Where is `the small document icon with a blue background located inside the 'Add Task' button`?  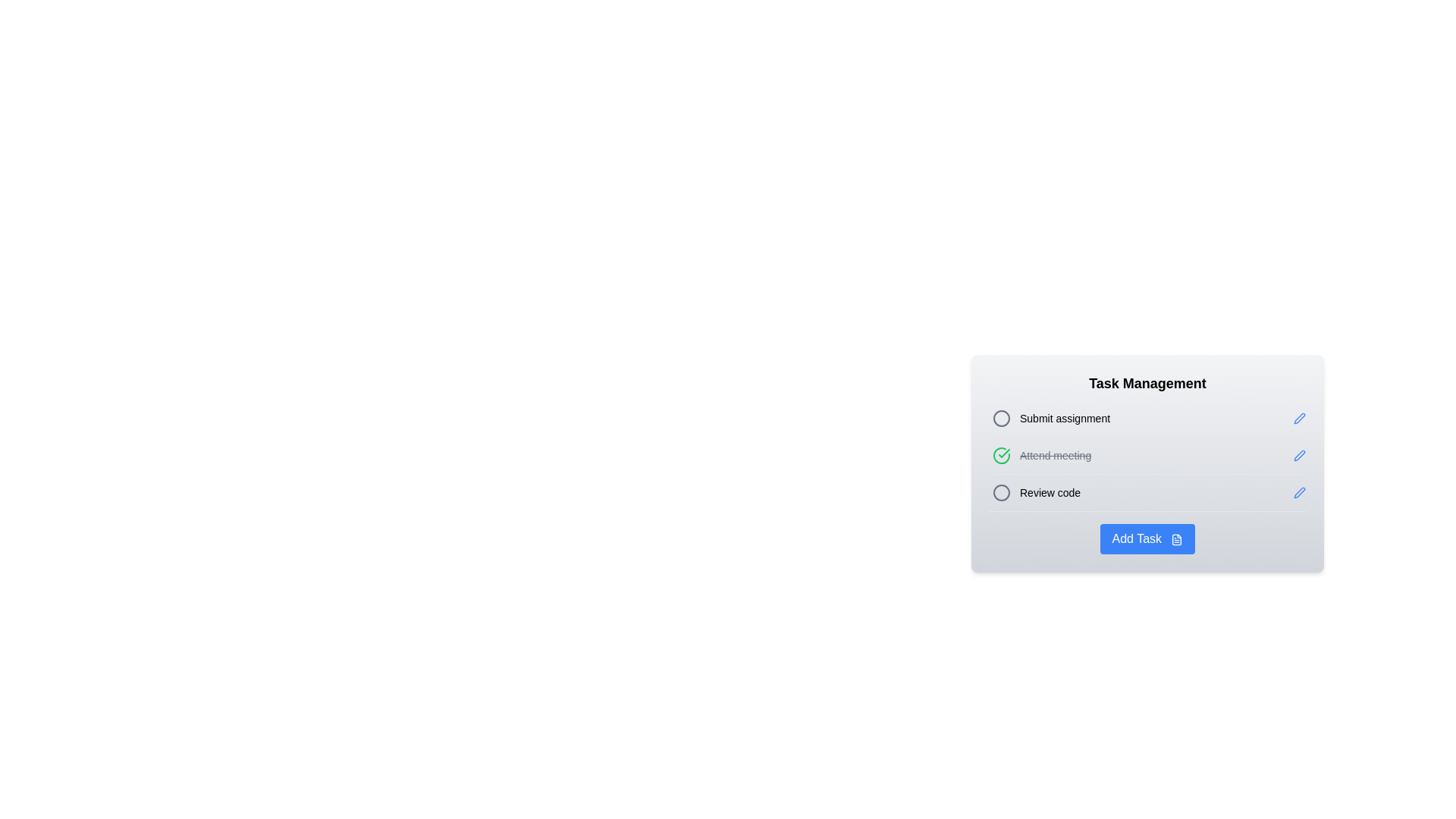
the small document icon with a blue background located inside the 'Add Task' button is located at coordinates (1176, 538).